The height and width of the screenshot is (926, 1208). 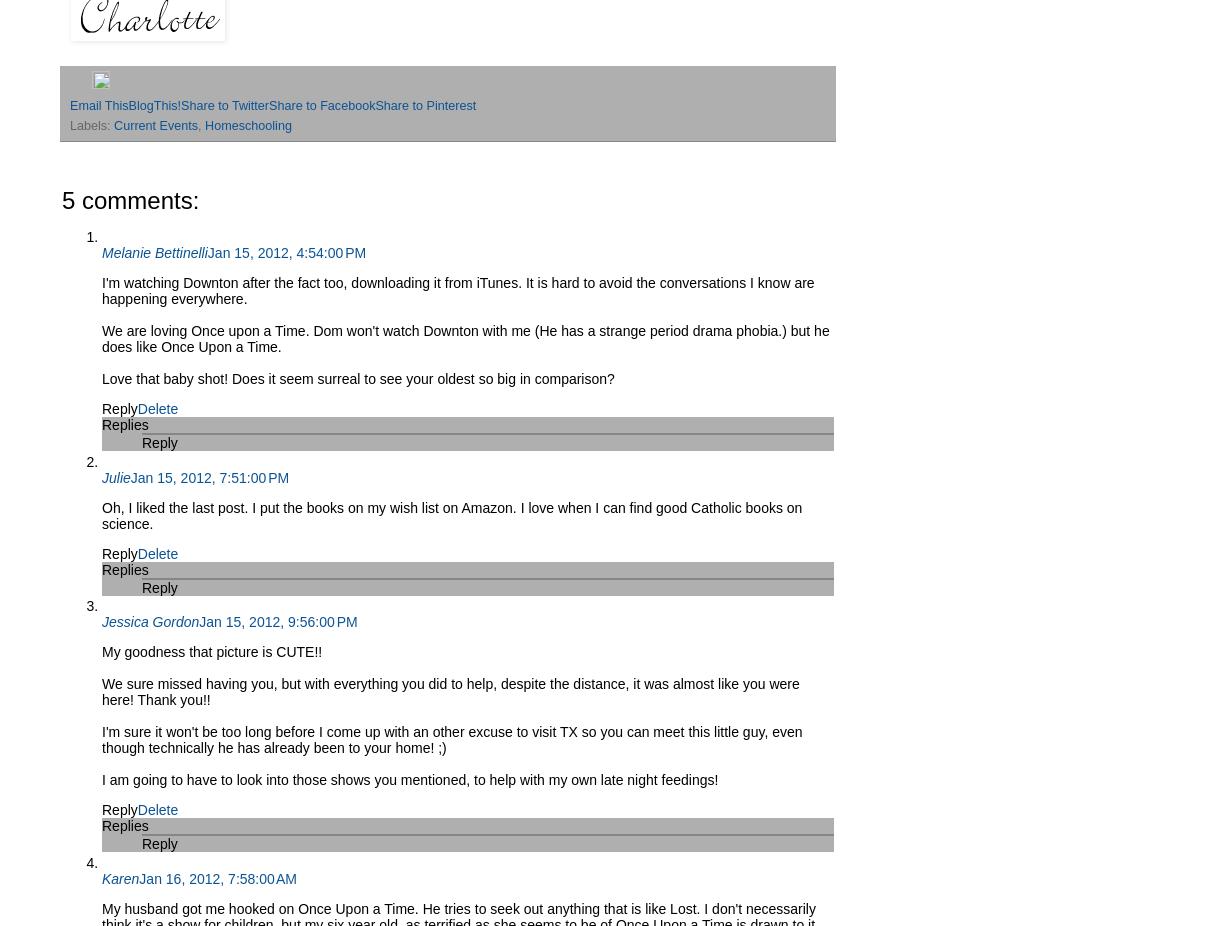 What do you see at coordinates (408, 779) in the screenshot?
I see `'I am going to have to look into those shows you mentioned, to help with my own late night feedings!'` at bounding box center [408, 779].